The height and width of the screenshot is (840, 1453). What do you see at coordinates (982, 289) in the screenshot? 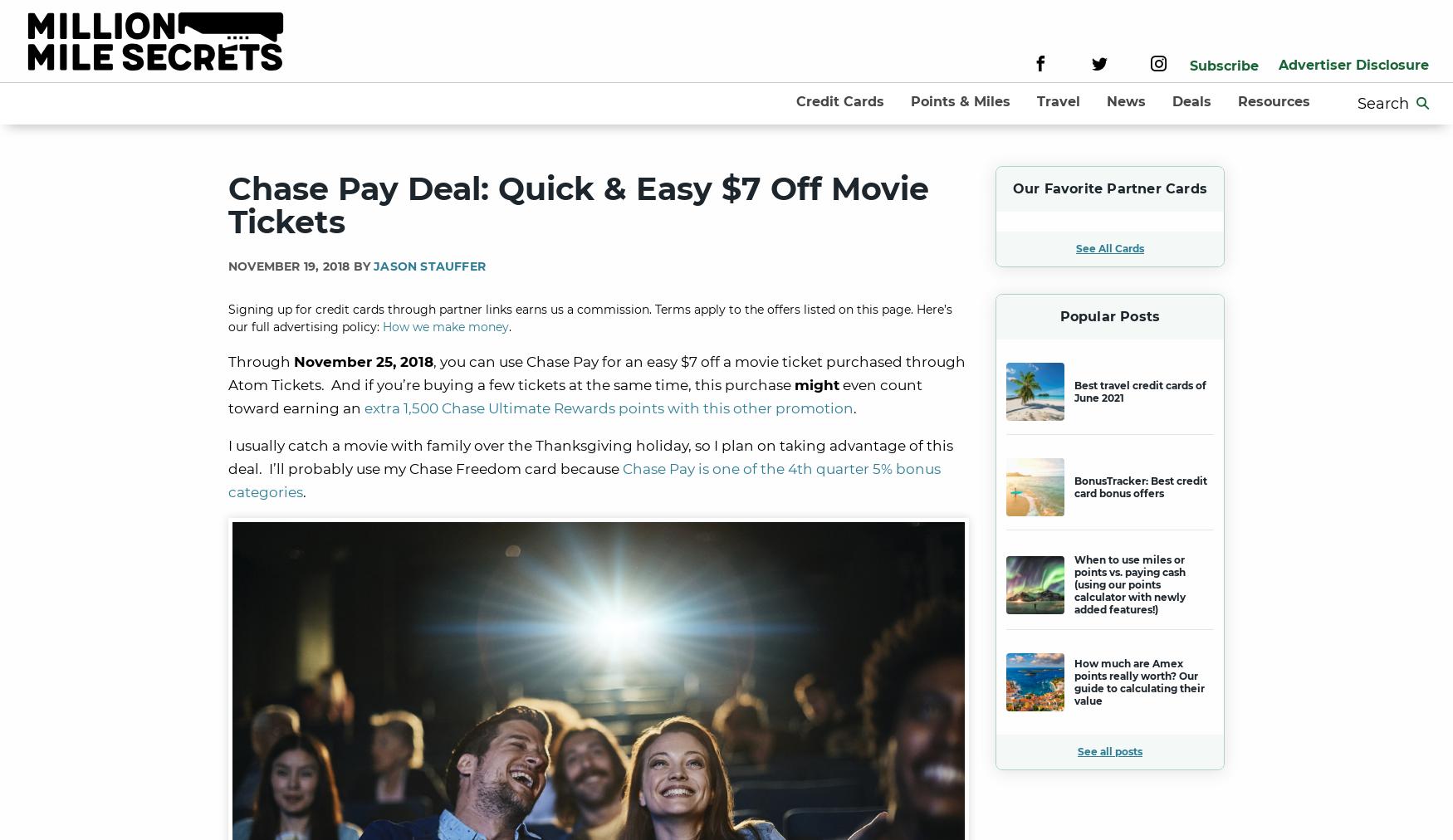
I see `'Redeem Points'` at bounding box center [982, 289].